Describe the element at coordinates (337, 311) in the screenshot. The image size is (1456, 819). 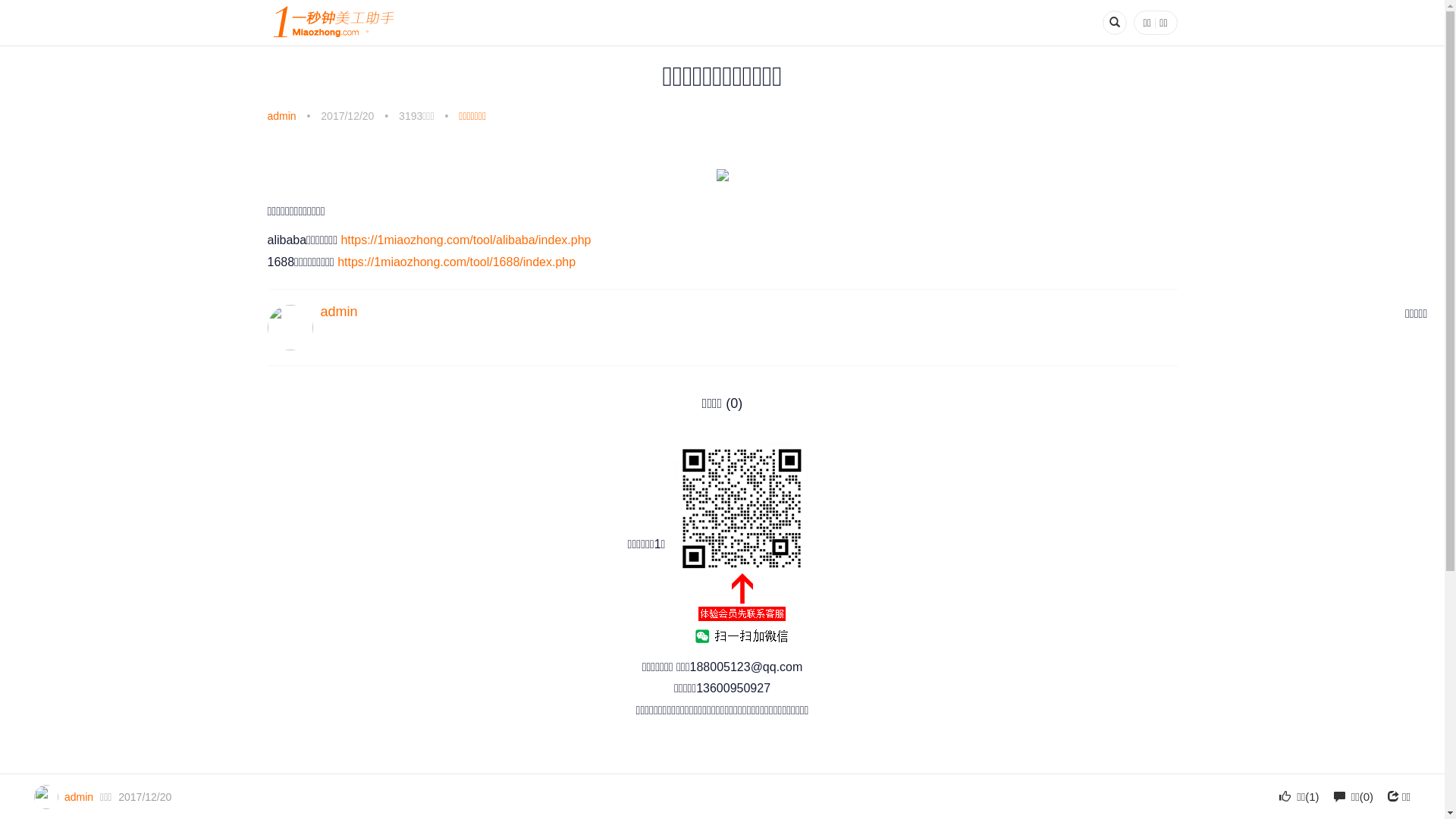
I see `'admin'` at that location.